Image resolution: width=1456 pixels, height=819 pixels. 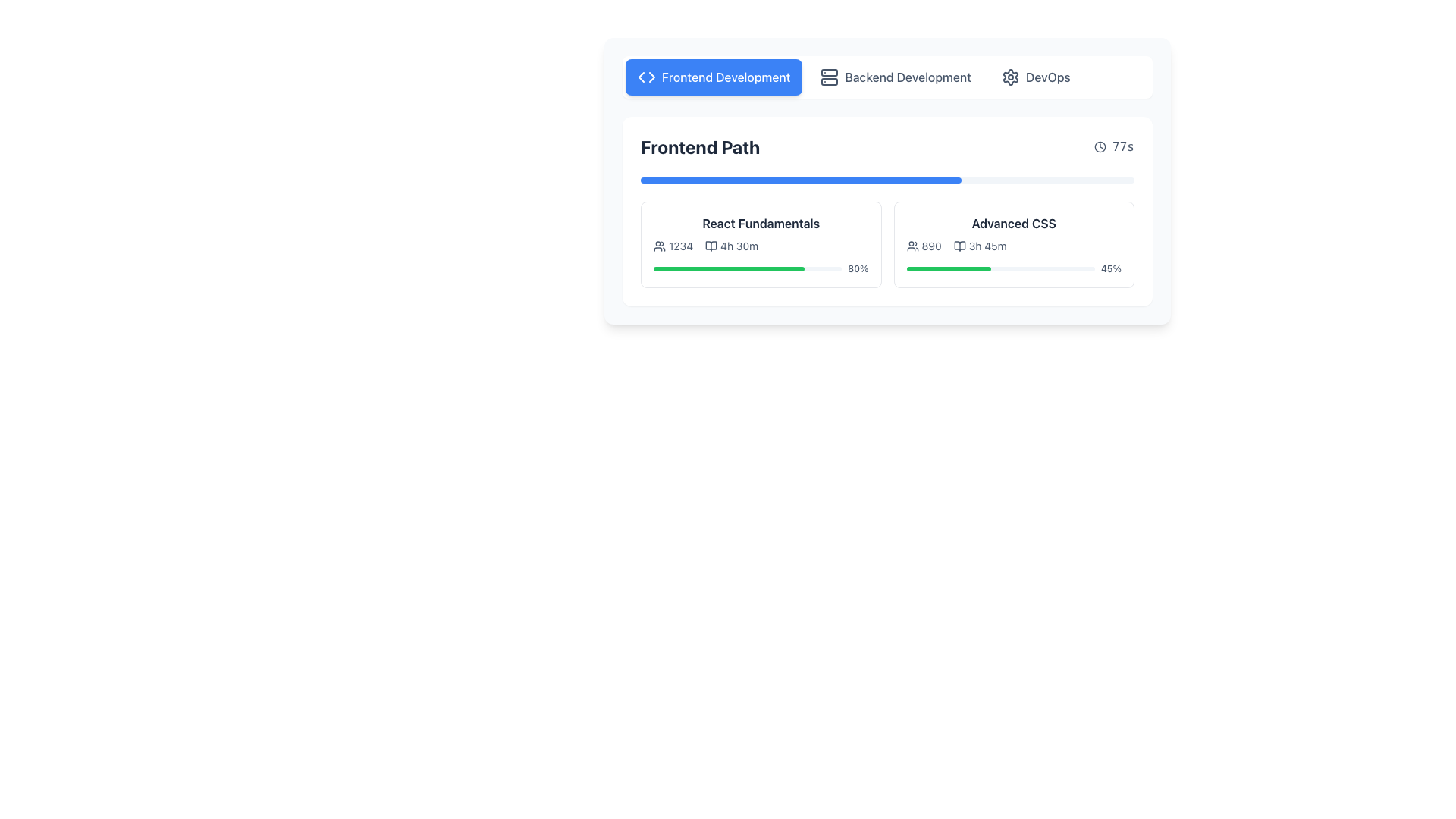 I want to click on percentage value '80%' displayed next to the progress bar located at the bottom of the 'React Fundamentals' card, beneath the text '4h 30m', so click(x=761, y=268).